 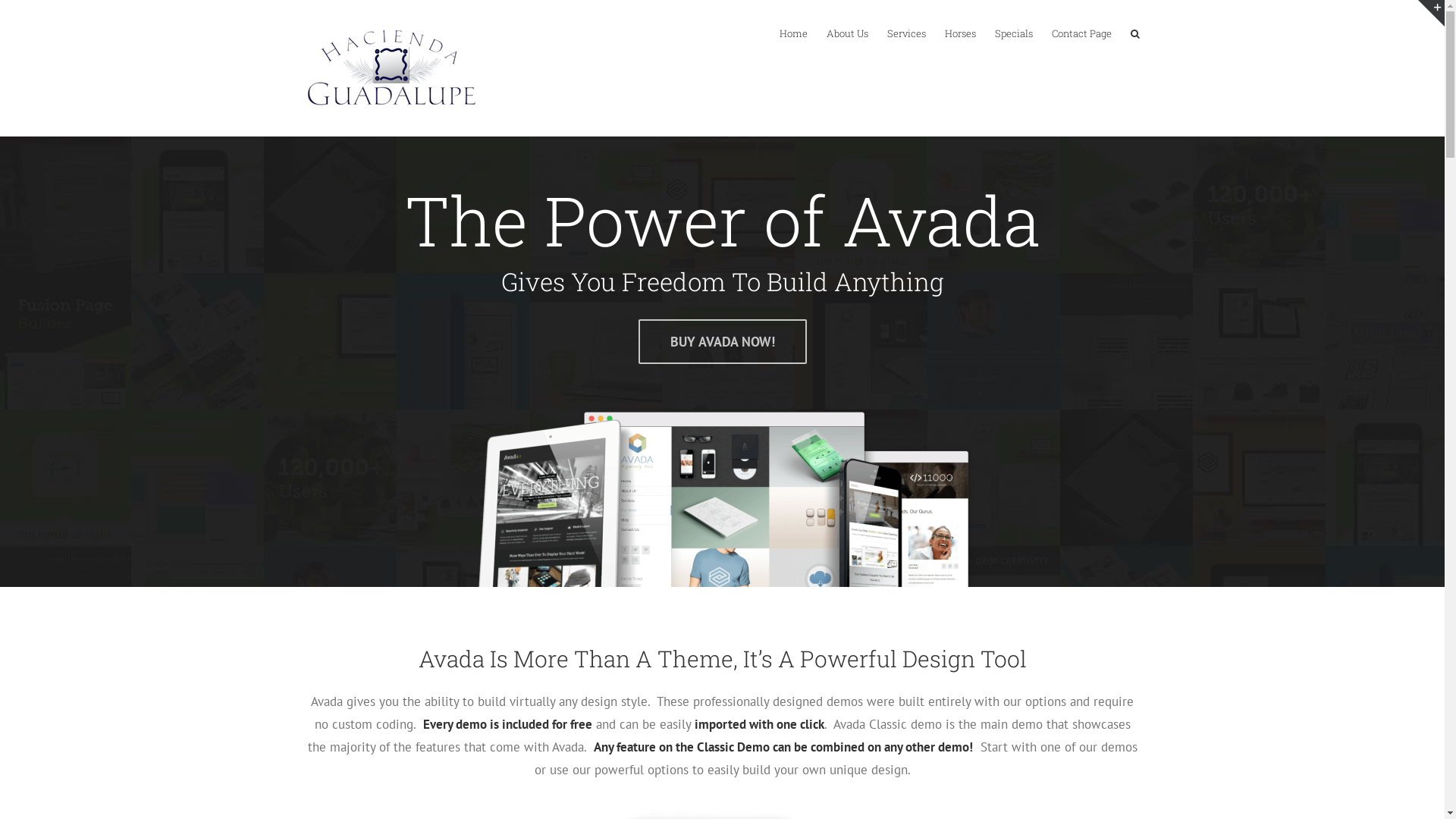 I want to click on 'Home', so click(x=792, y=32).